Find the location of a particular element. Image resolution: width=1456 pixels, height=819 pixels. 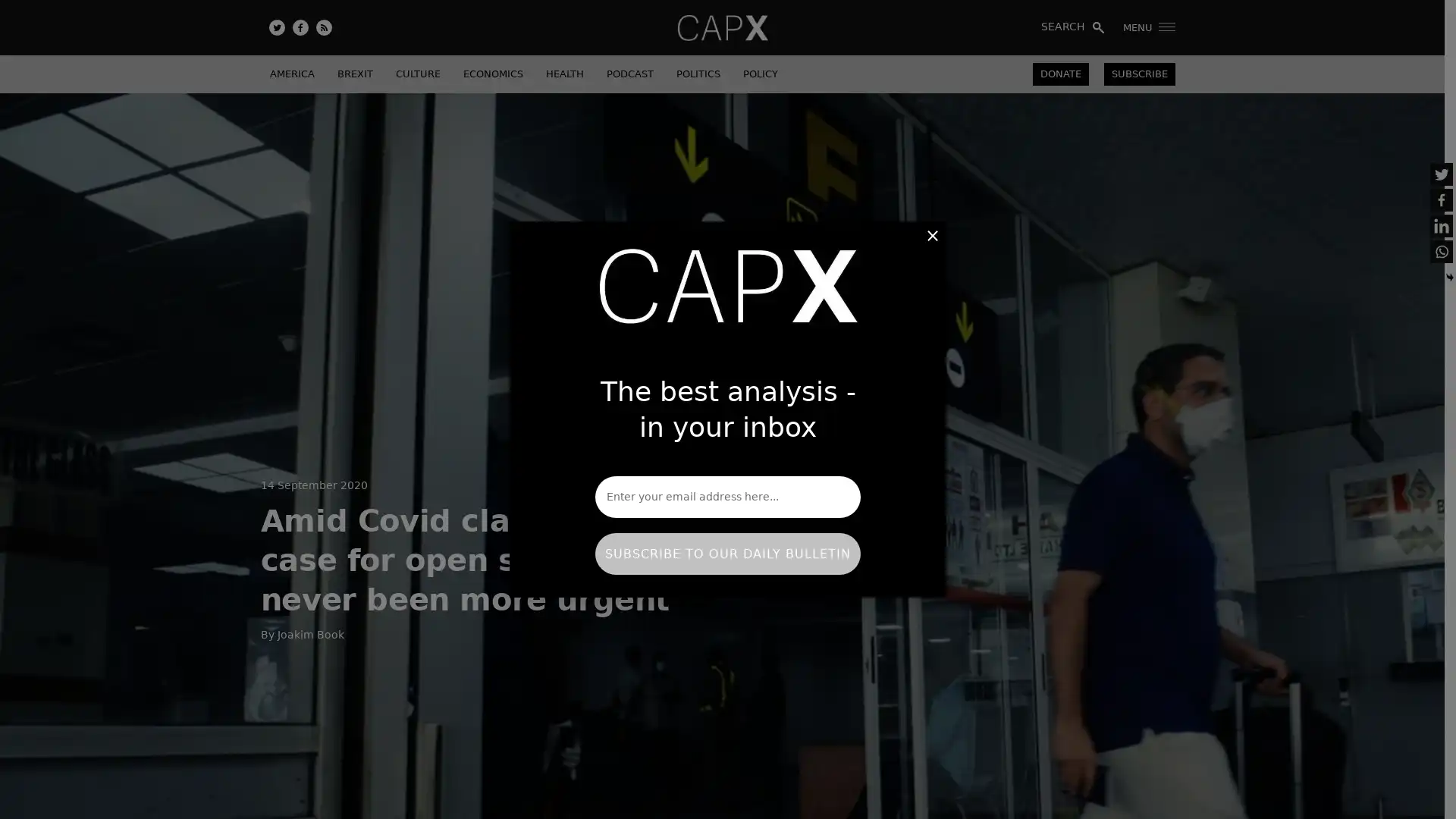

Close is located at coordinates (931, 234).